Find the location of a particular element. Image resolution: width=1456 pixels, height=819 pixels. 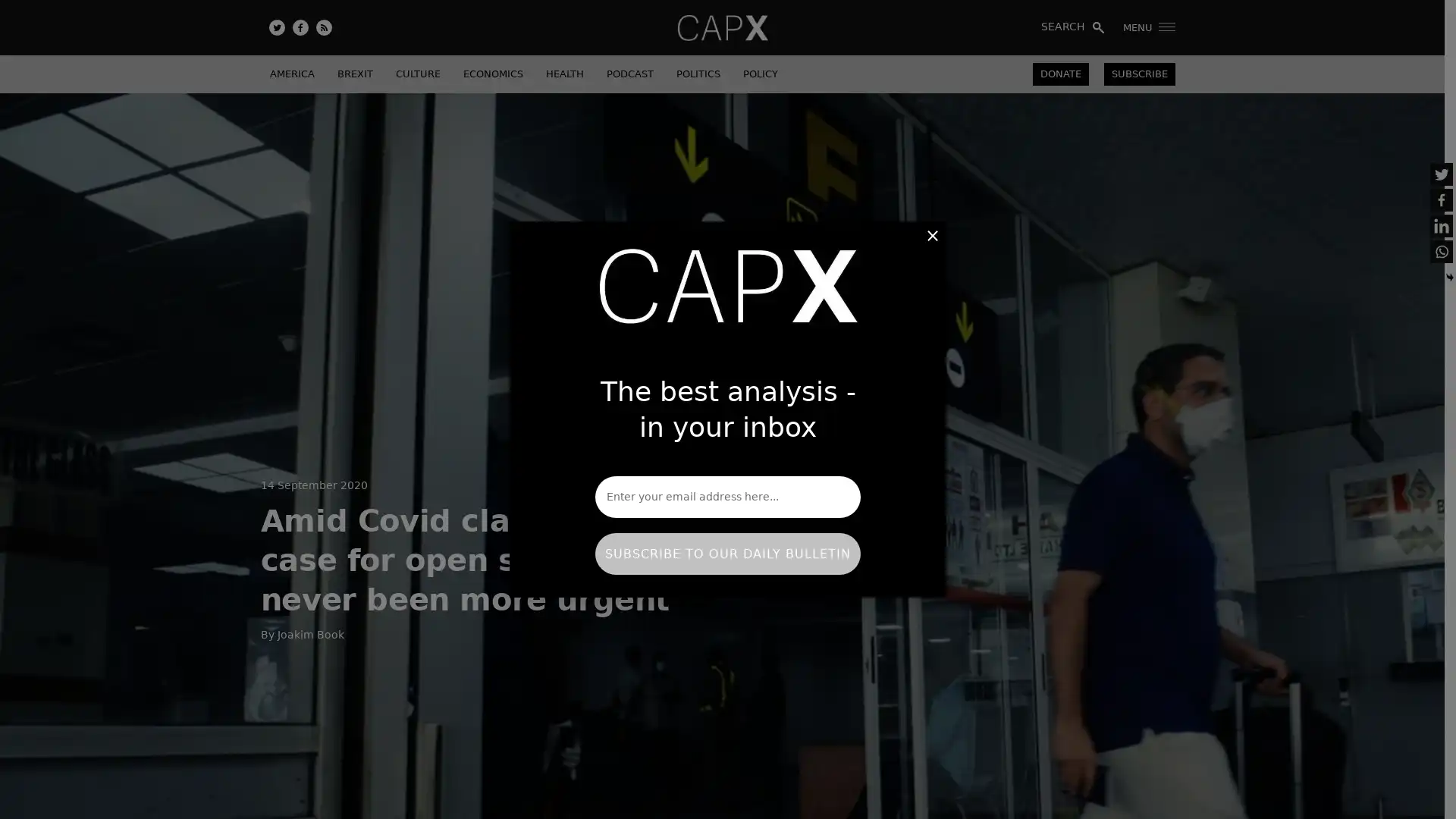

Close is located at coordinates (931, 234).